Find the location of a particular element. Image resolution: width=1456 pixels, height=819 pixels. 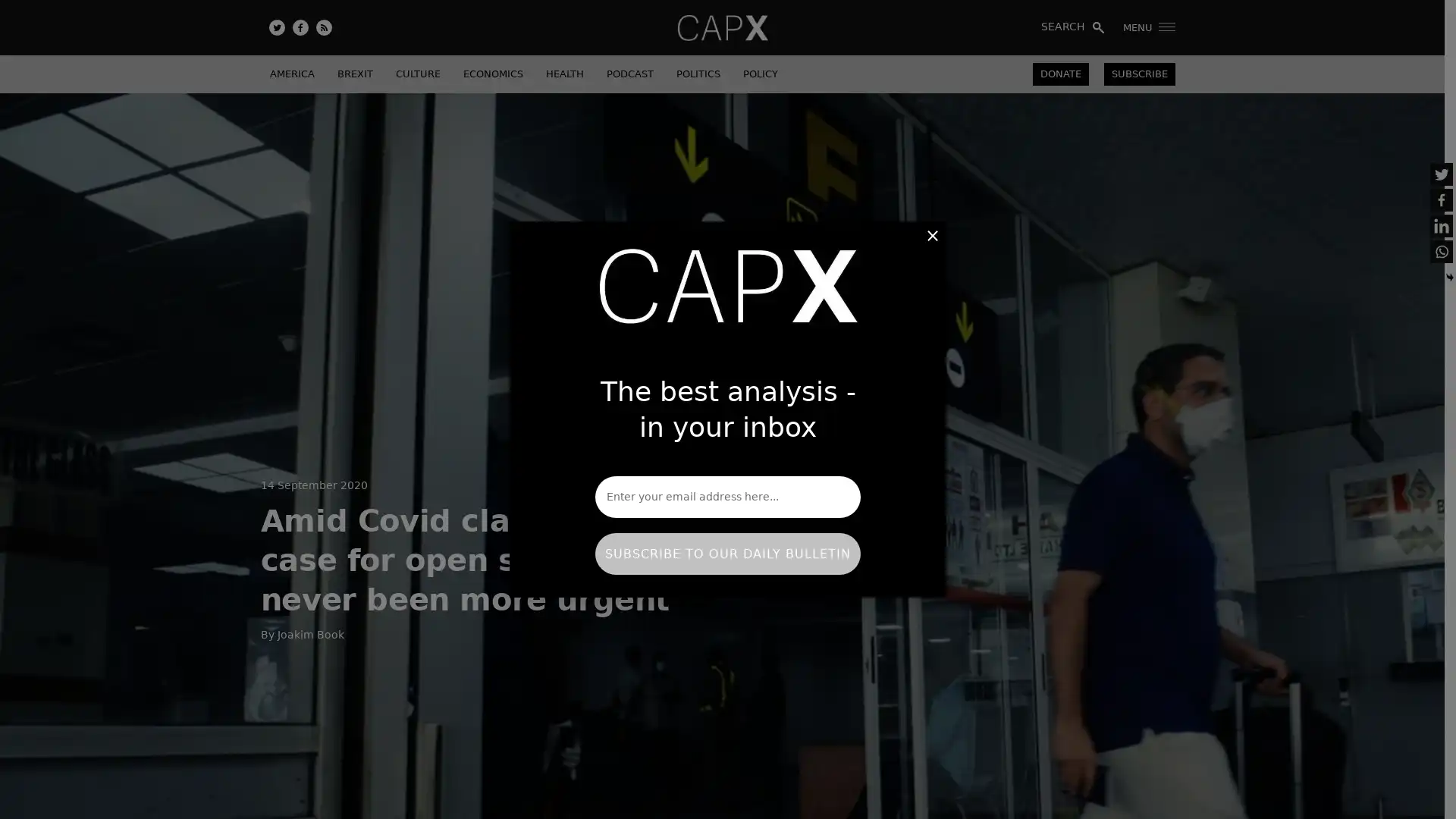

Close is located at coordinates (931, 234).